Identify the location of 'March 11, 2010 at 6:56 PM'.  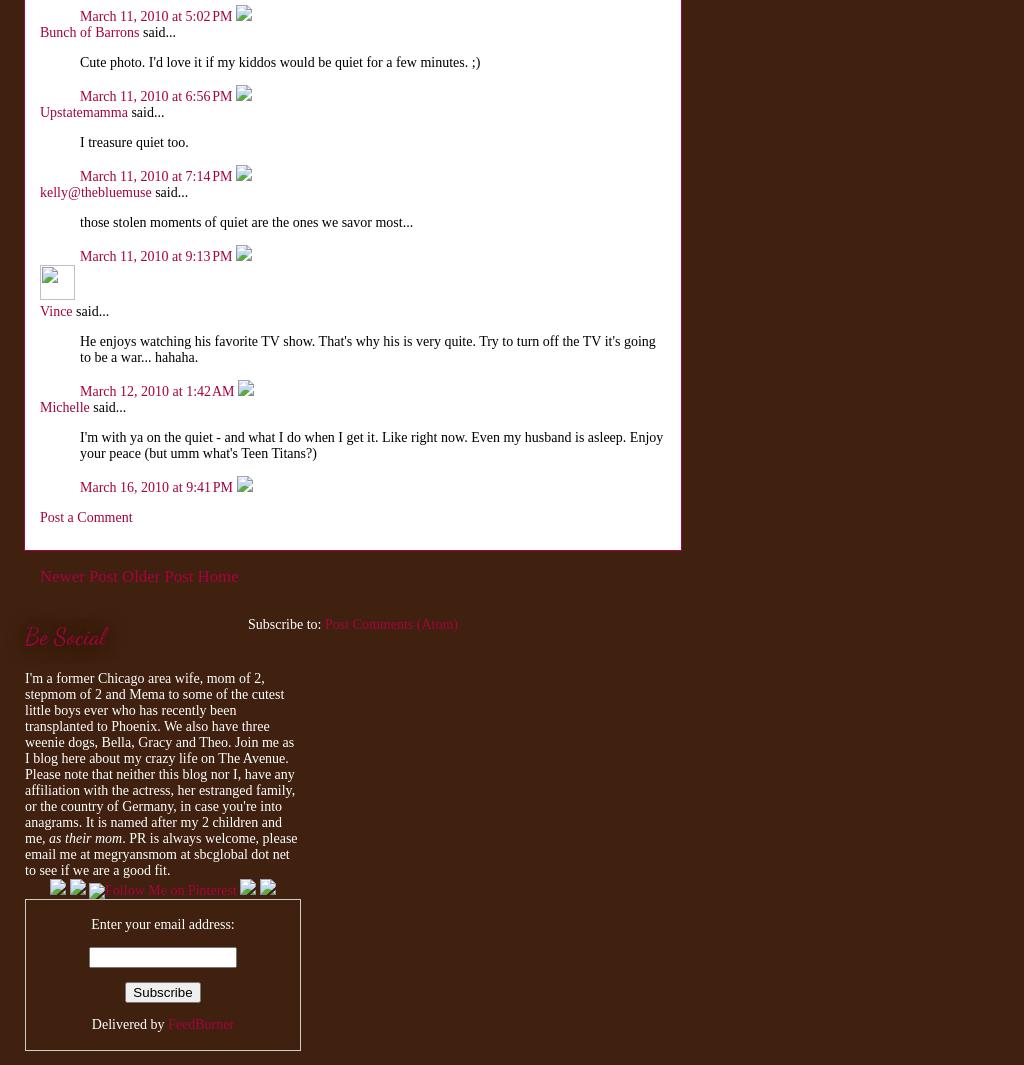
(157, 95).